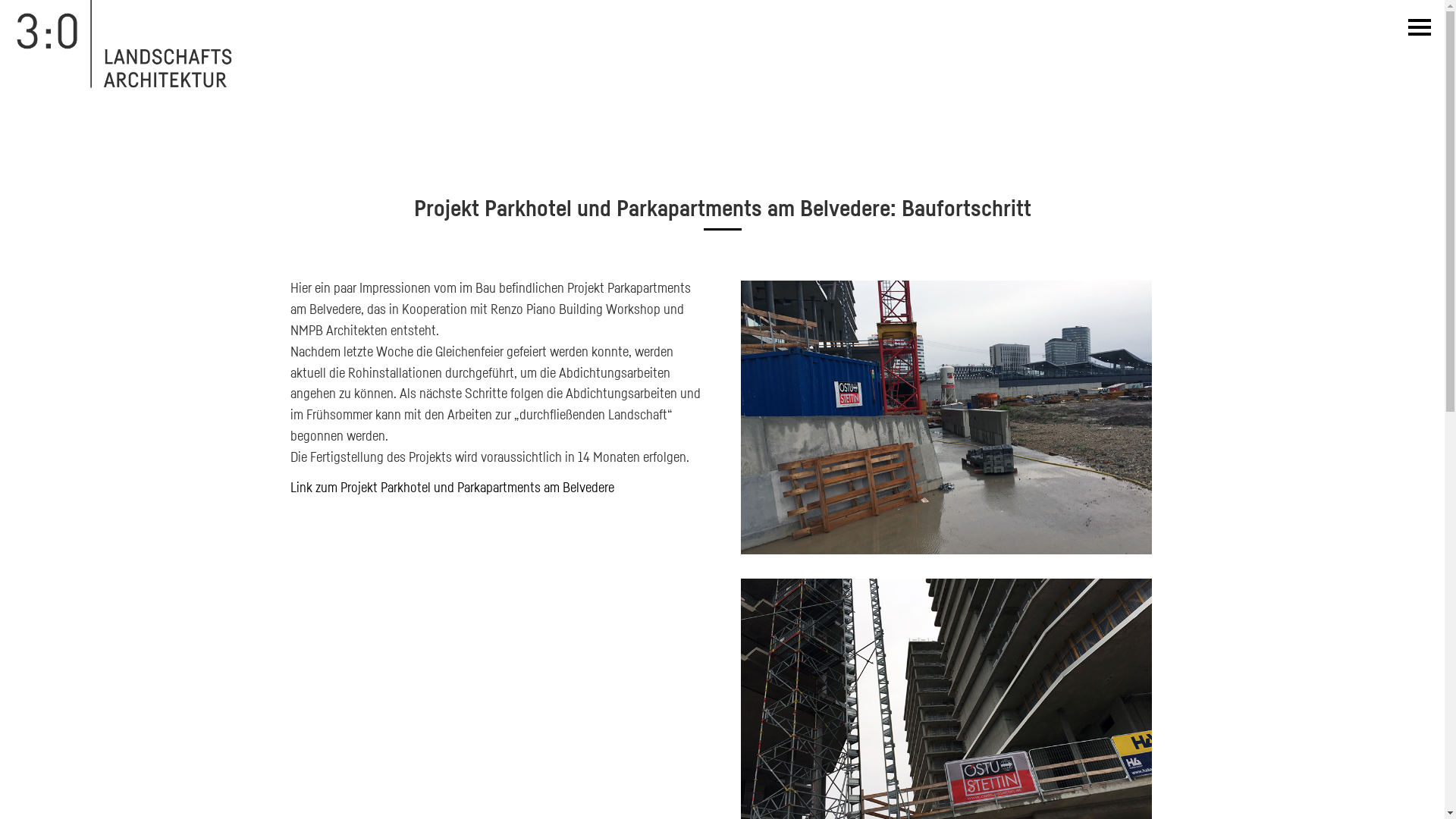 The width and height of the screenshot is (1456, 819). What do you see at coordinates (450, 486) in the screenshot?
I see `'Link zum Projekt Parkhotel und Parkapartments am Belvedere'` at bounding box center [450, 486].